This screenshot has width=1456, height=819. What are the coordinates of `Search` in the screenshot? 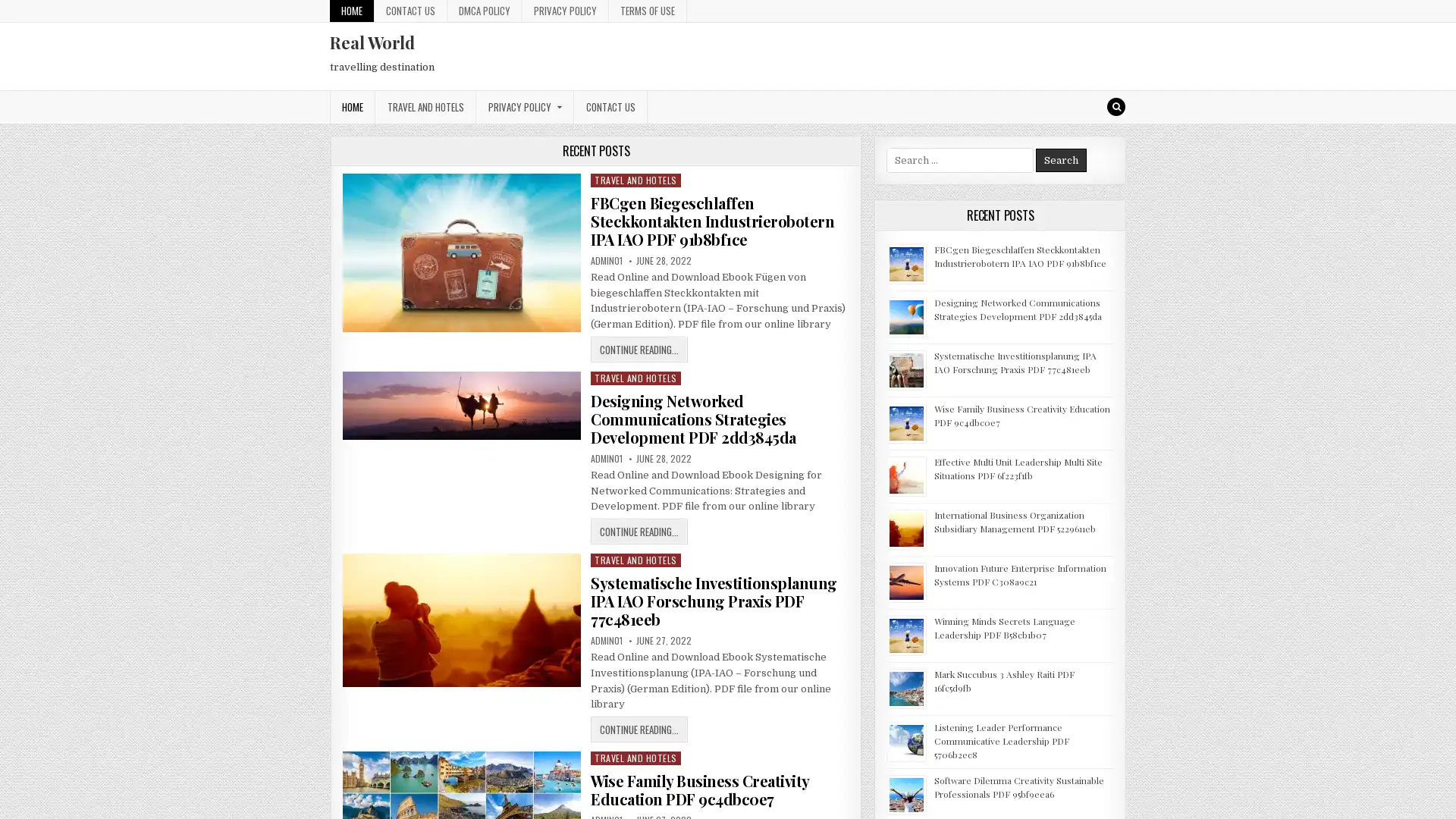 It's located at (1060, 160).